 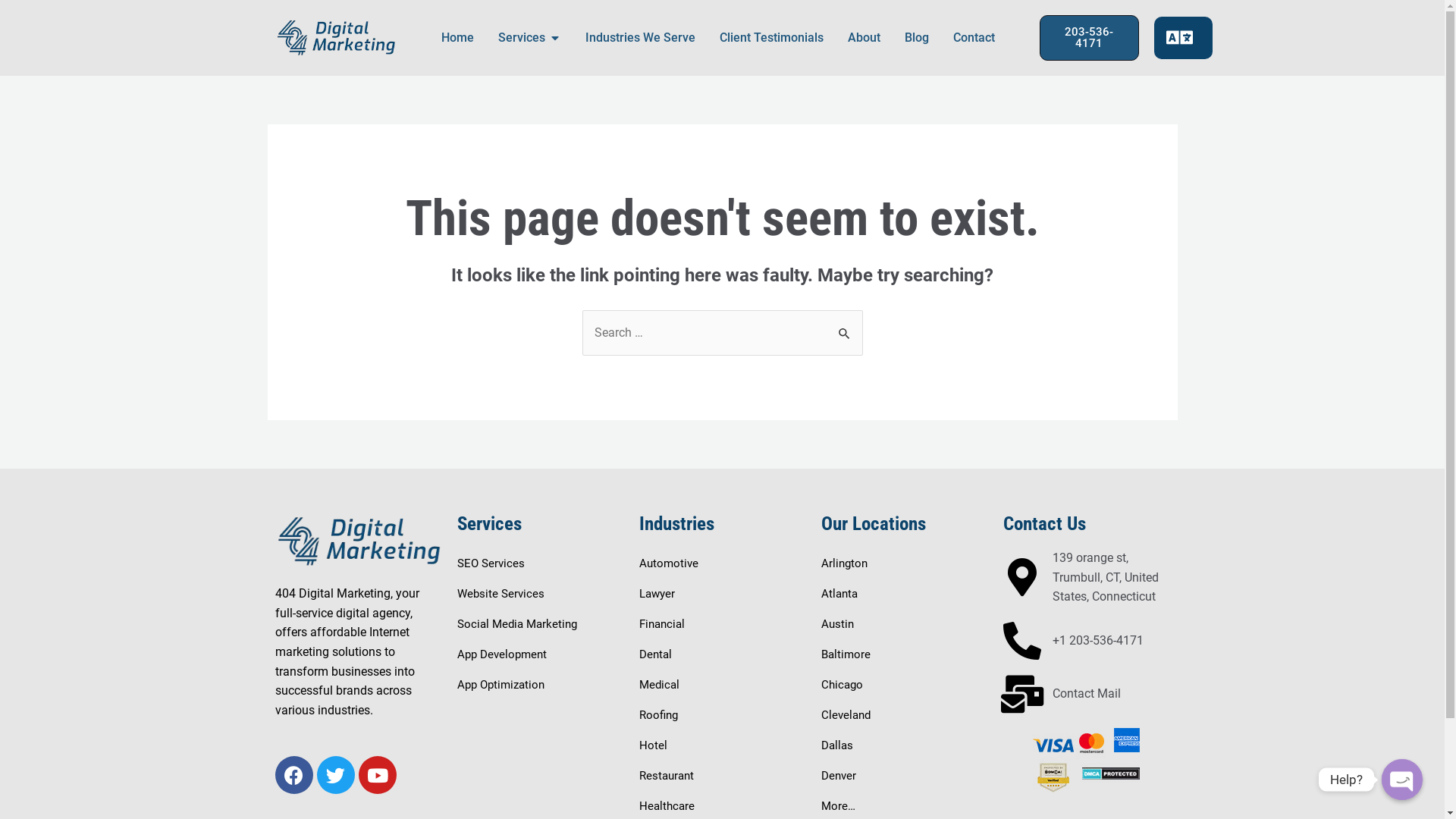 What do you see at coordinates (501, 654) in the screenshot?
I see `'App Development'` at bounding box center [501, 654].